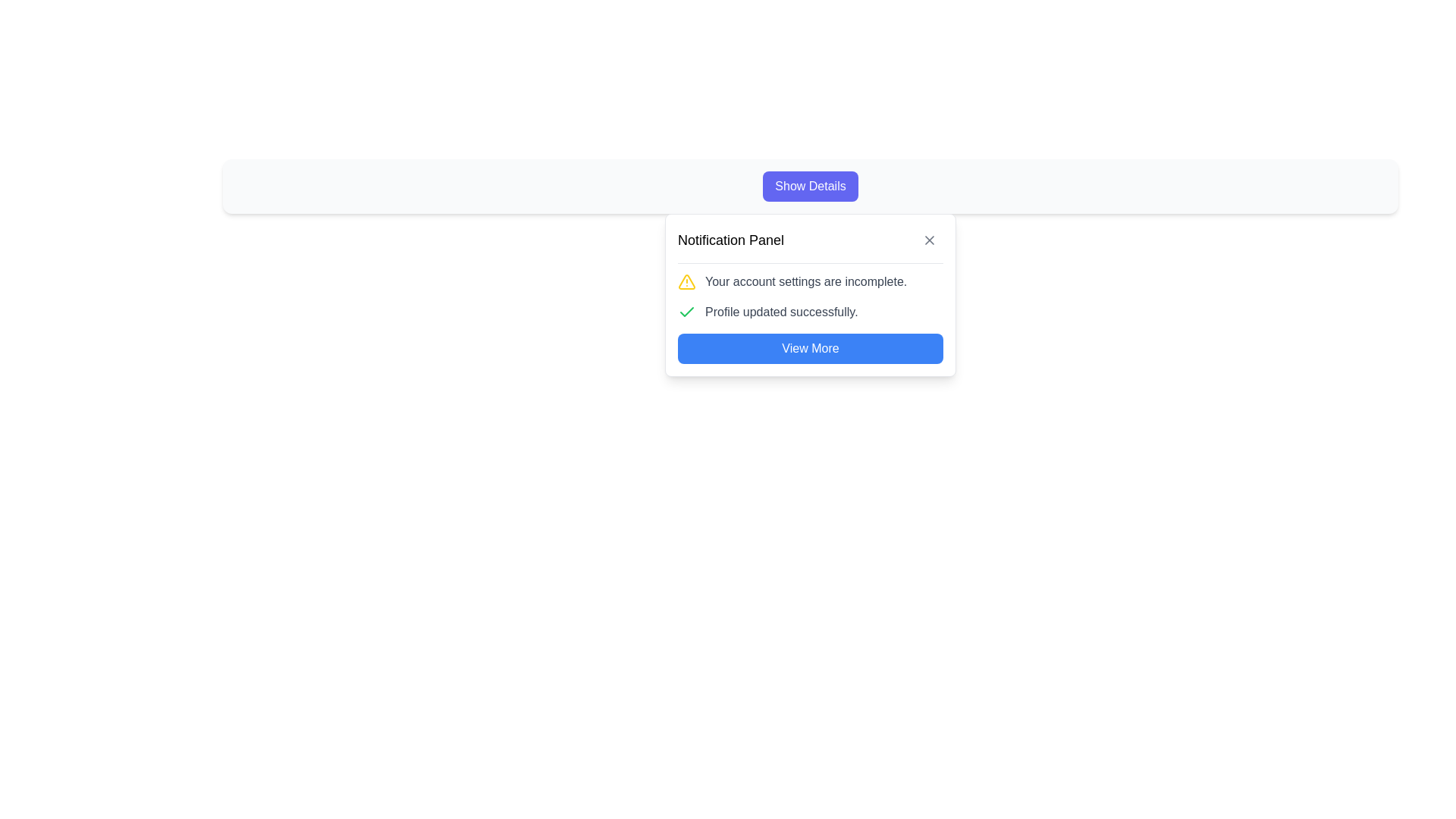  What do you see at coordinates (686, 281) in the screenshot?
I see `the warning icon located to the left of the text 'Your account settings are incomplete.' in the notification area` at bounding box center [686, 281].